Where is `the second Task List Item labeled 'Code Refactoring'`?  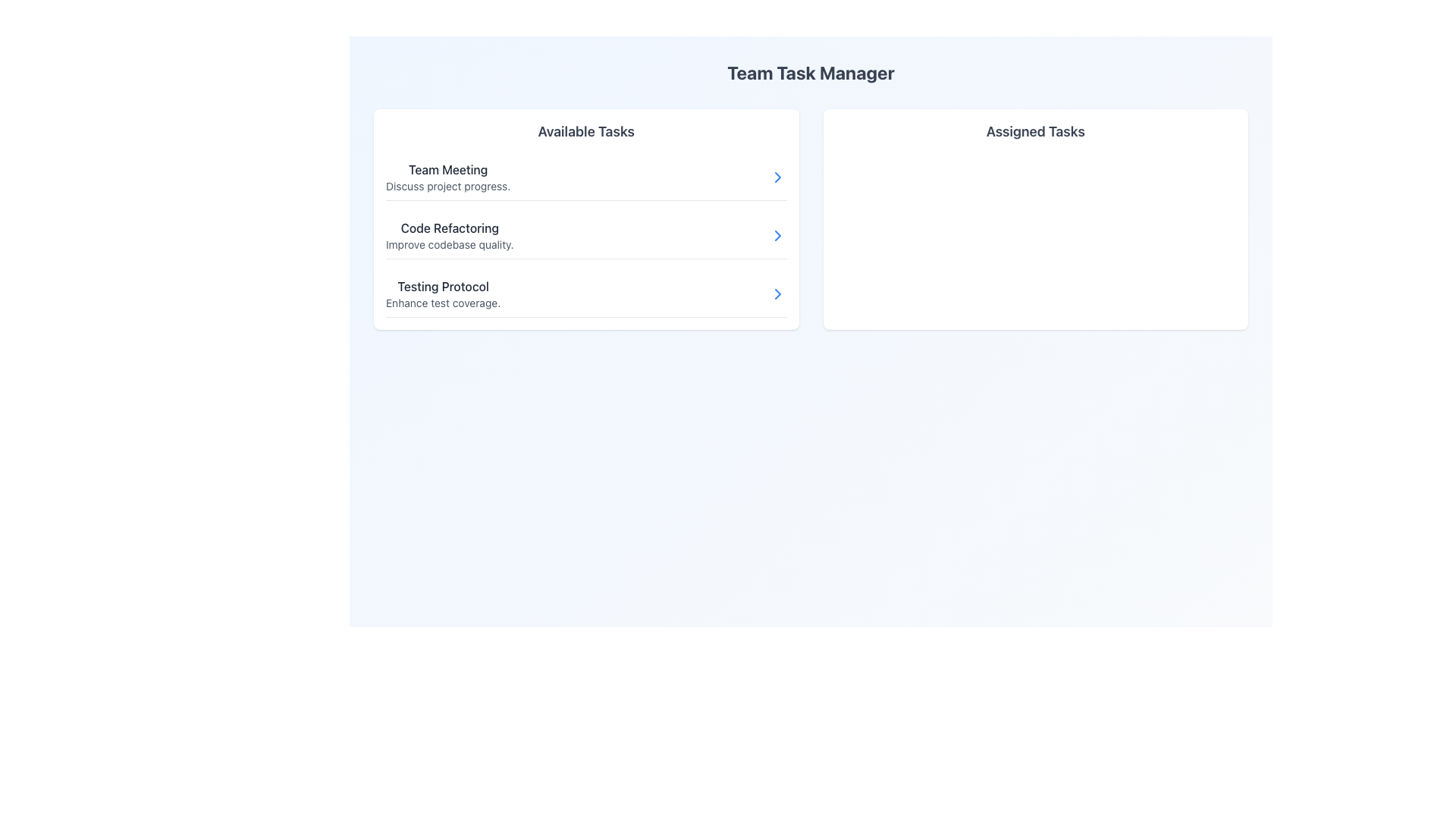 the second Task List Item labeled 'Code Refactoring' is located at coordinates (585, 219).